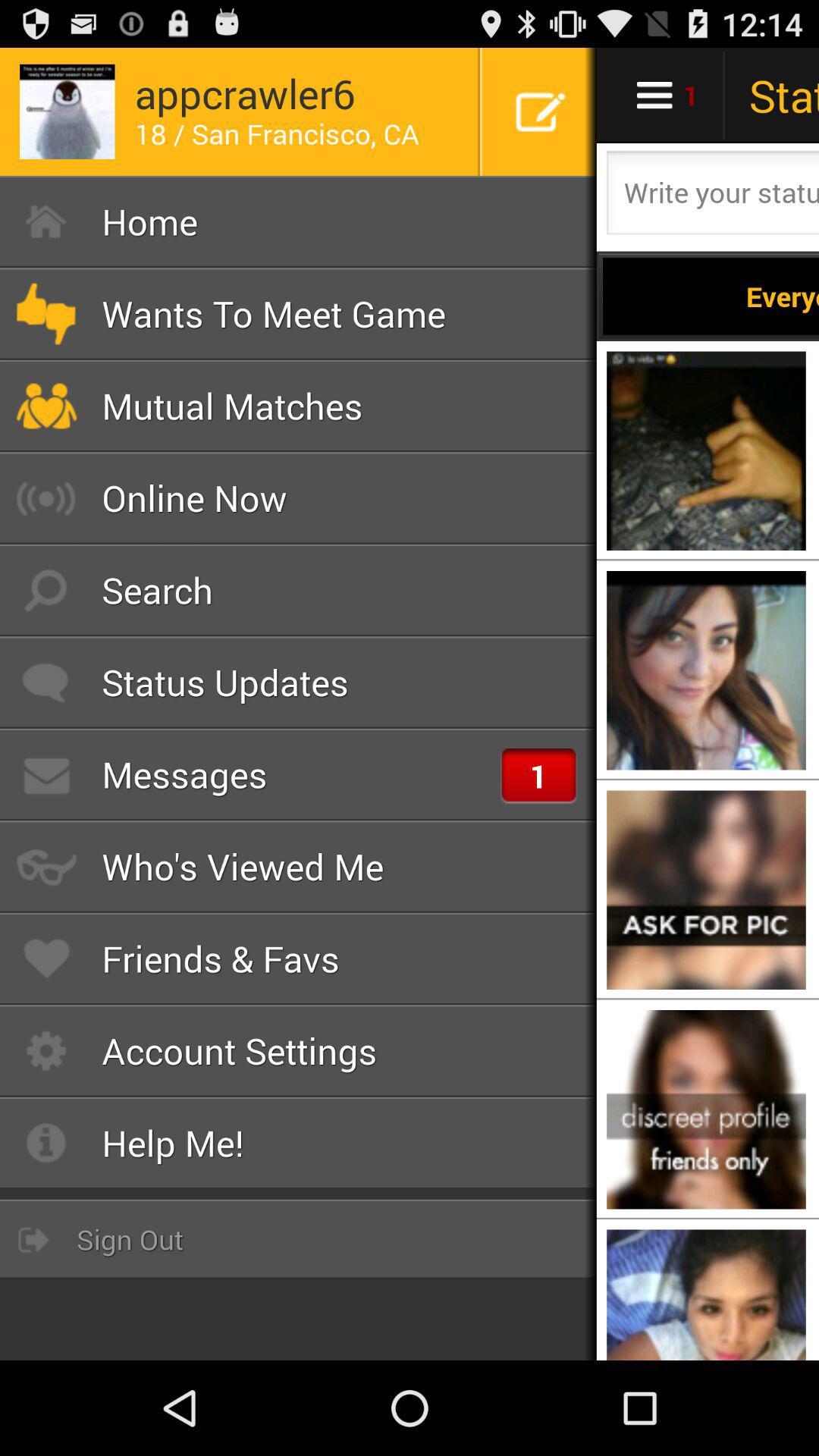 The image size is (819, 1456). Describe the element at coordinates (711, 296) in the screenshot. I see `the item next to the home button` at that location.